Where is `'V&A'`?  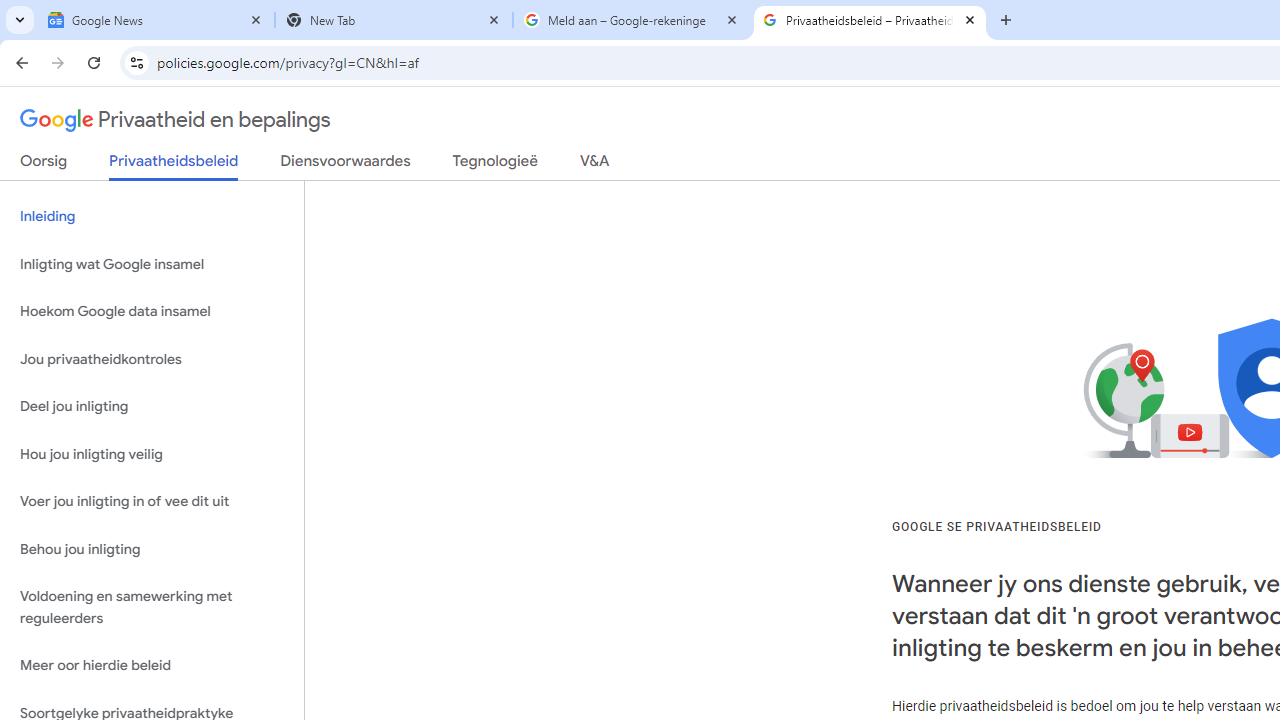
'V&A' is located at coordinates (593, 164).